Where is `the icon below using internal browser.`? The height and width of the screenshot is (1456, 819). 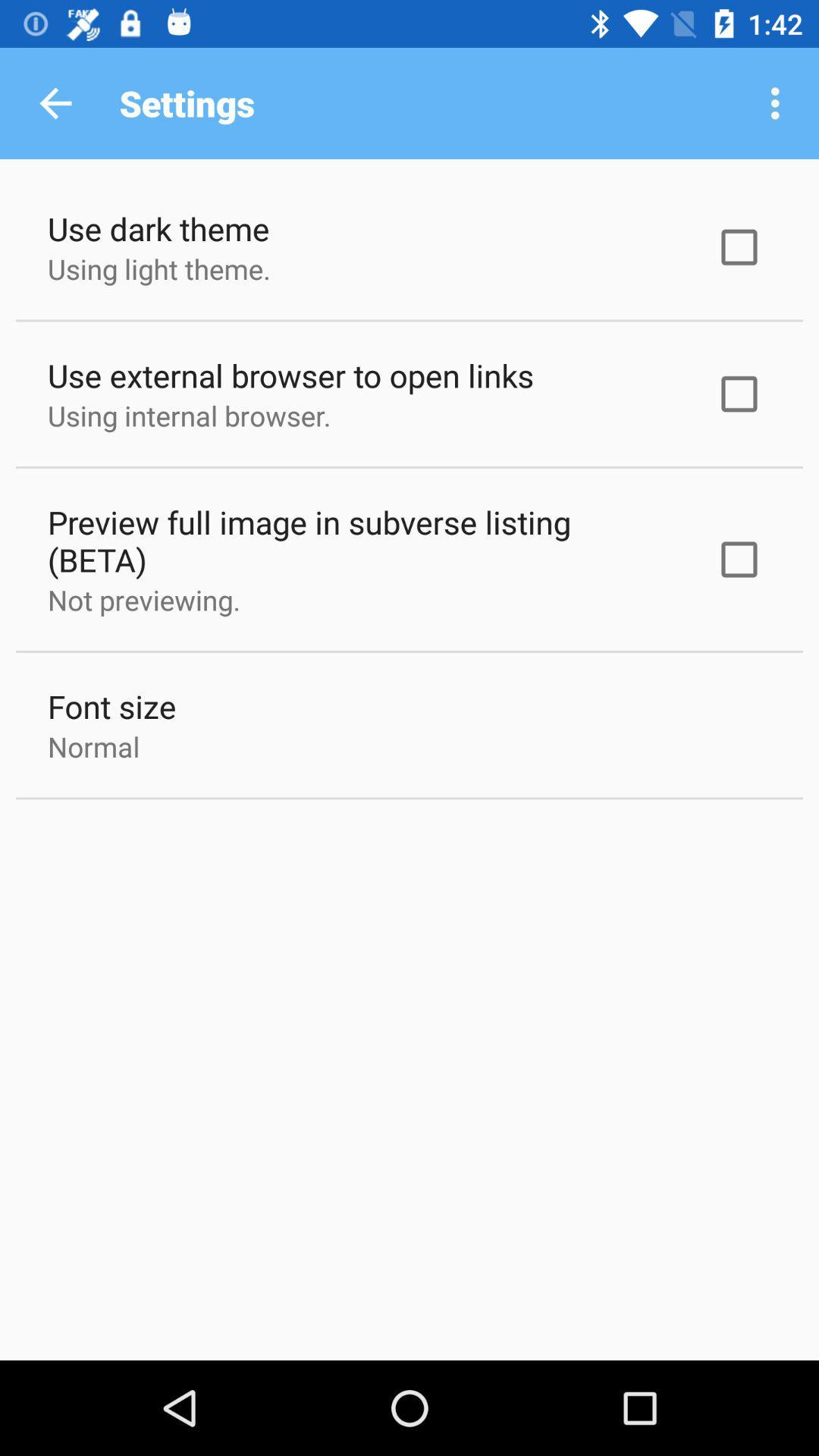
the icon below using internal browser. is located at coordinates (362, 541).